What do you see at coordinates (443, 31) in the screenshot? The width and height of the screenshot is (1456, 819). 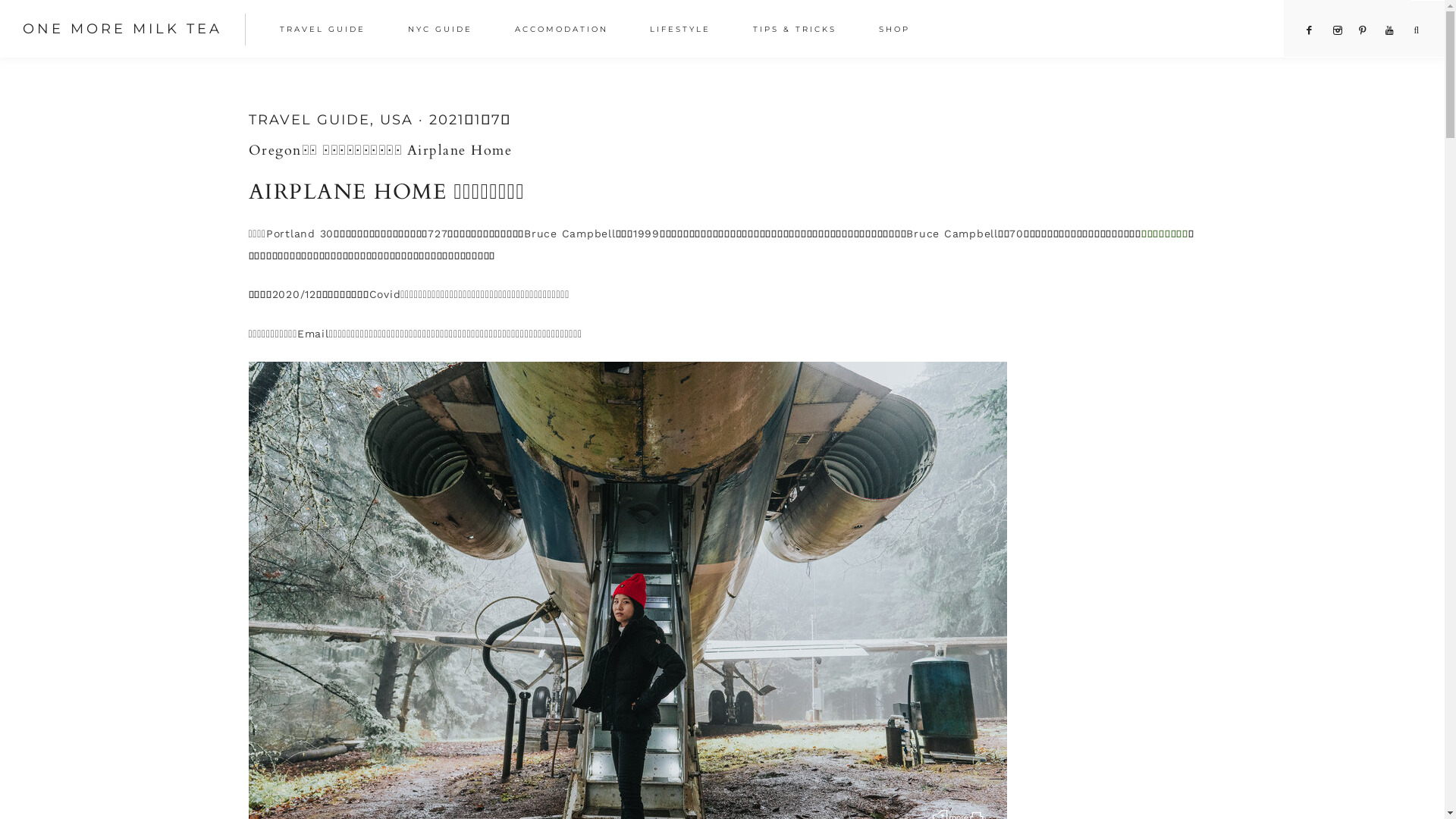 I see `'NYC GUIDE'` at bounding box center [443, 31].